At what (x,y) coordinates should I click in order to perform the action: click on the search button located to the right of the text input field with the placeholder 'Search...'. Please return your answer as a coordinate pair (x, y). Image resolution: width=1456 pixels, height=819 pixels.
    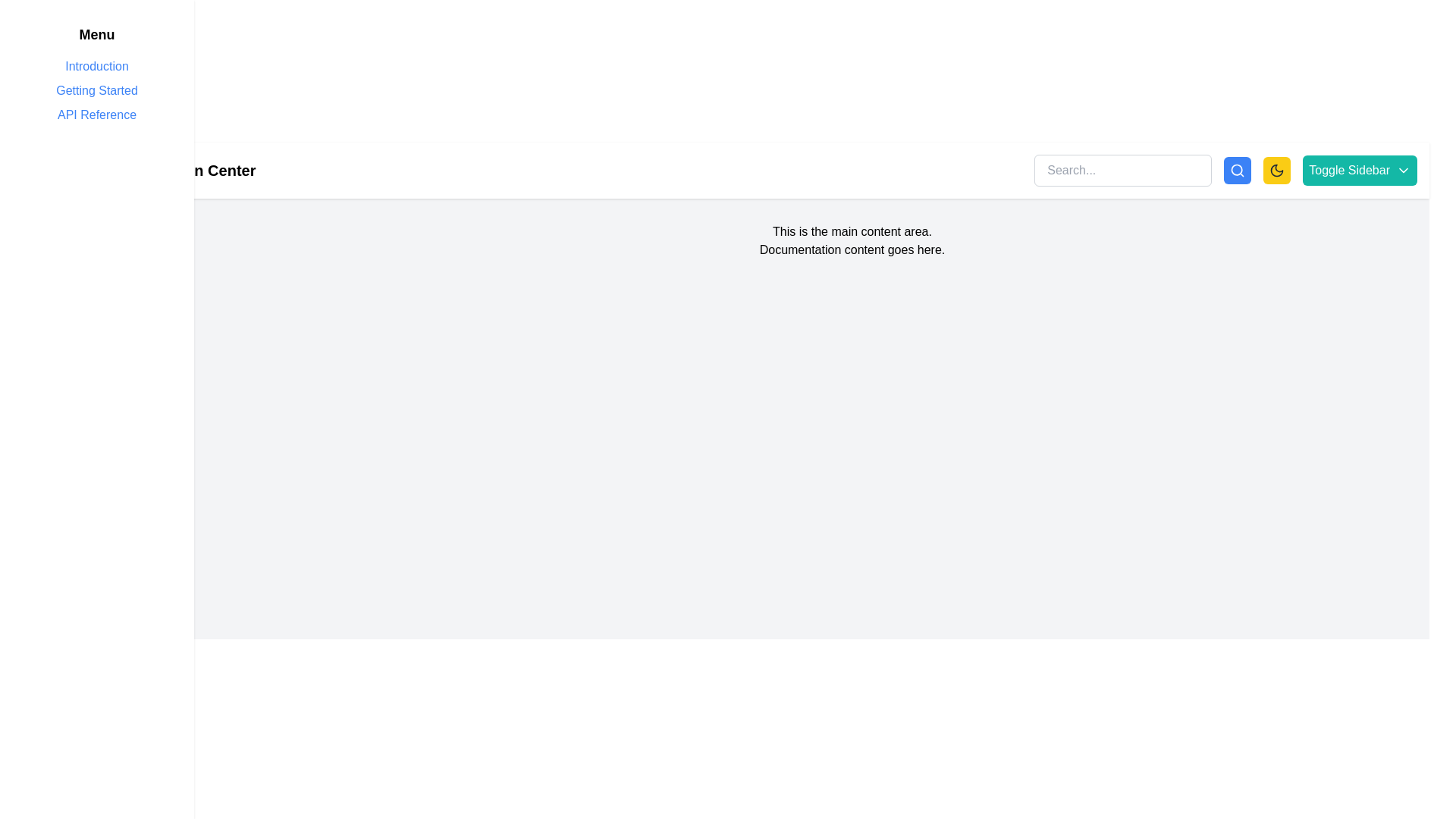
    Looking at the image, I should click on (1238, 170).